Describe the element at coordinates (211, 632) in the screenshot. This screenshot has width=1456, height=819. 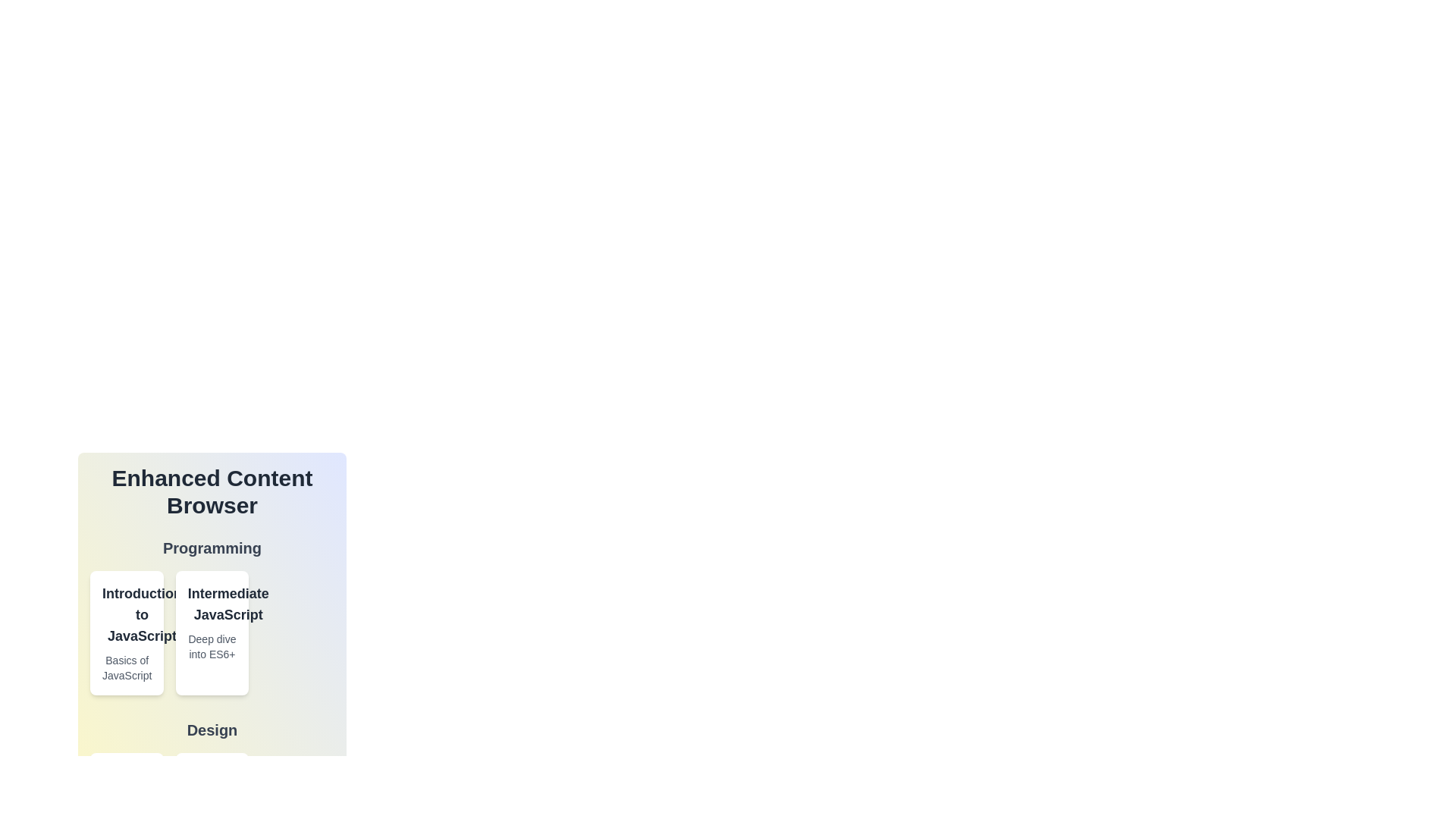
I see `the card titled 'Intermediate JavaScript'` at that location.